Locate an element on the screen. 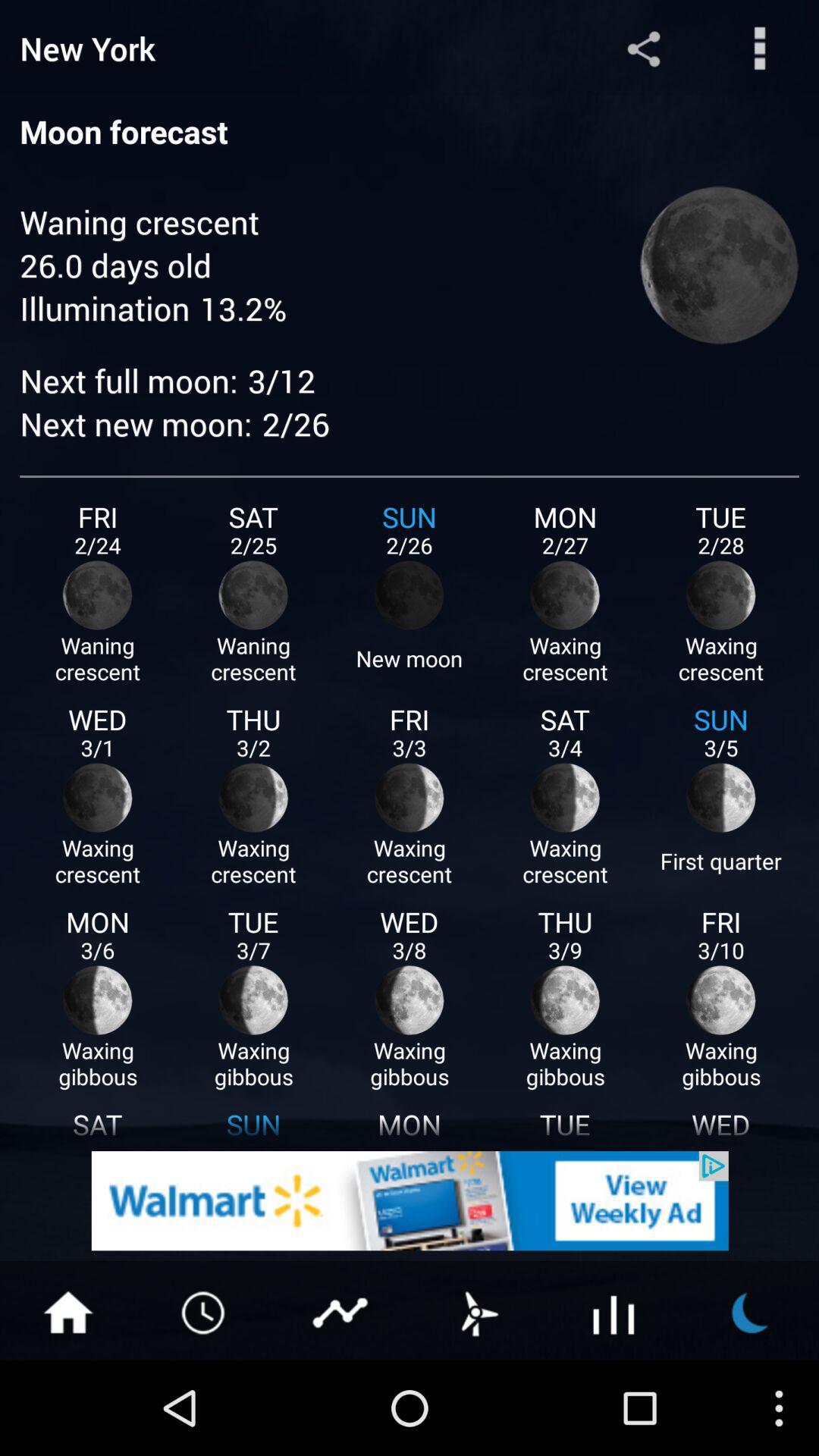  wind check button is located at coordinates (476, 1310).